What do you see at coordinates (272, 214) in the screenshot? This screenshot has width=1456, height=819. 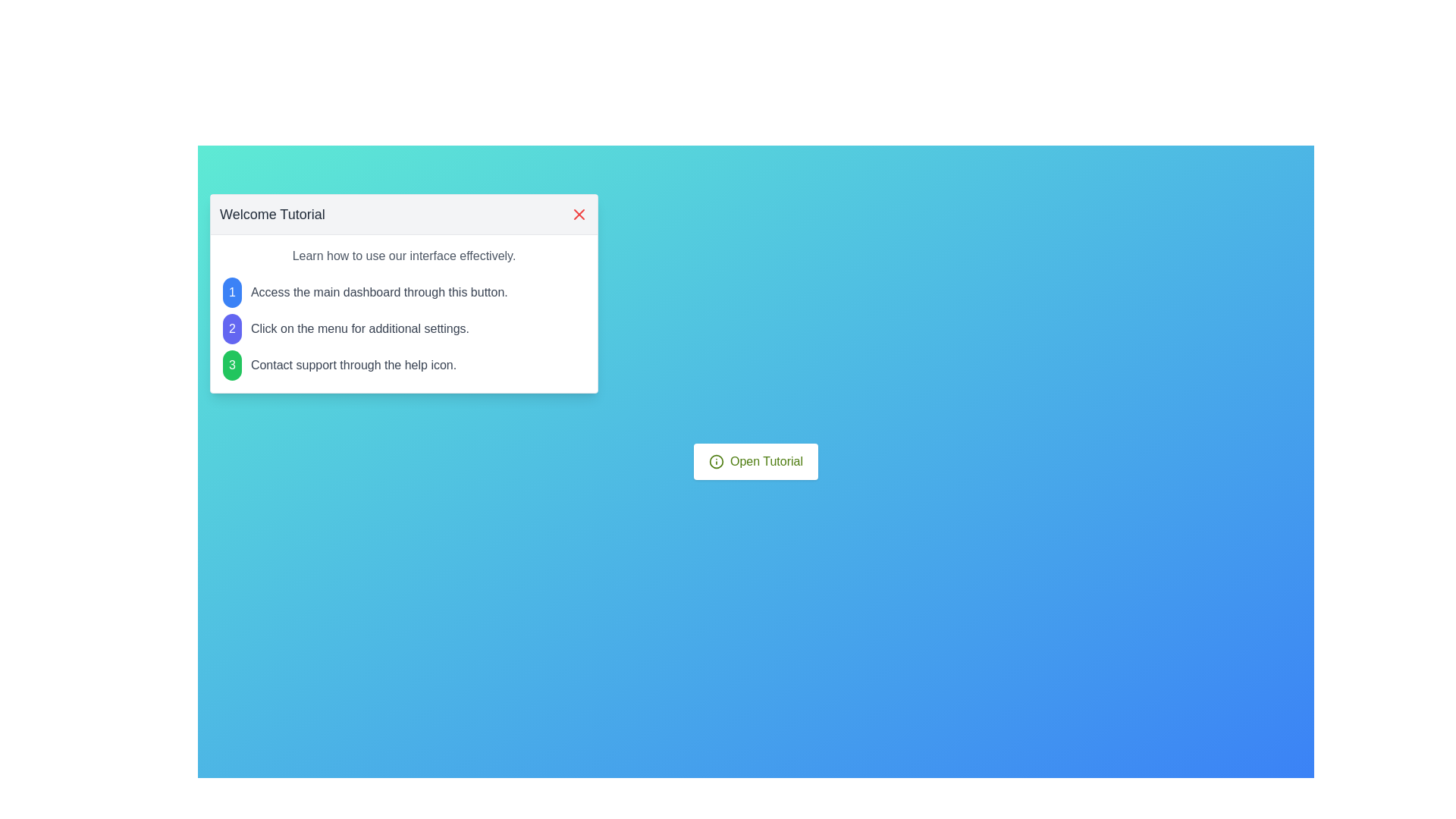 I see `the 'Welcome Tutorial' static text label located in the header bar, which is the first element from the left and displays a medium-sized gray font on a light gray background` at bounding box center [272, 214].